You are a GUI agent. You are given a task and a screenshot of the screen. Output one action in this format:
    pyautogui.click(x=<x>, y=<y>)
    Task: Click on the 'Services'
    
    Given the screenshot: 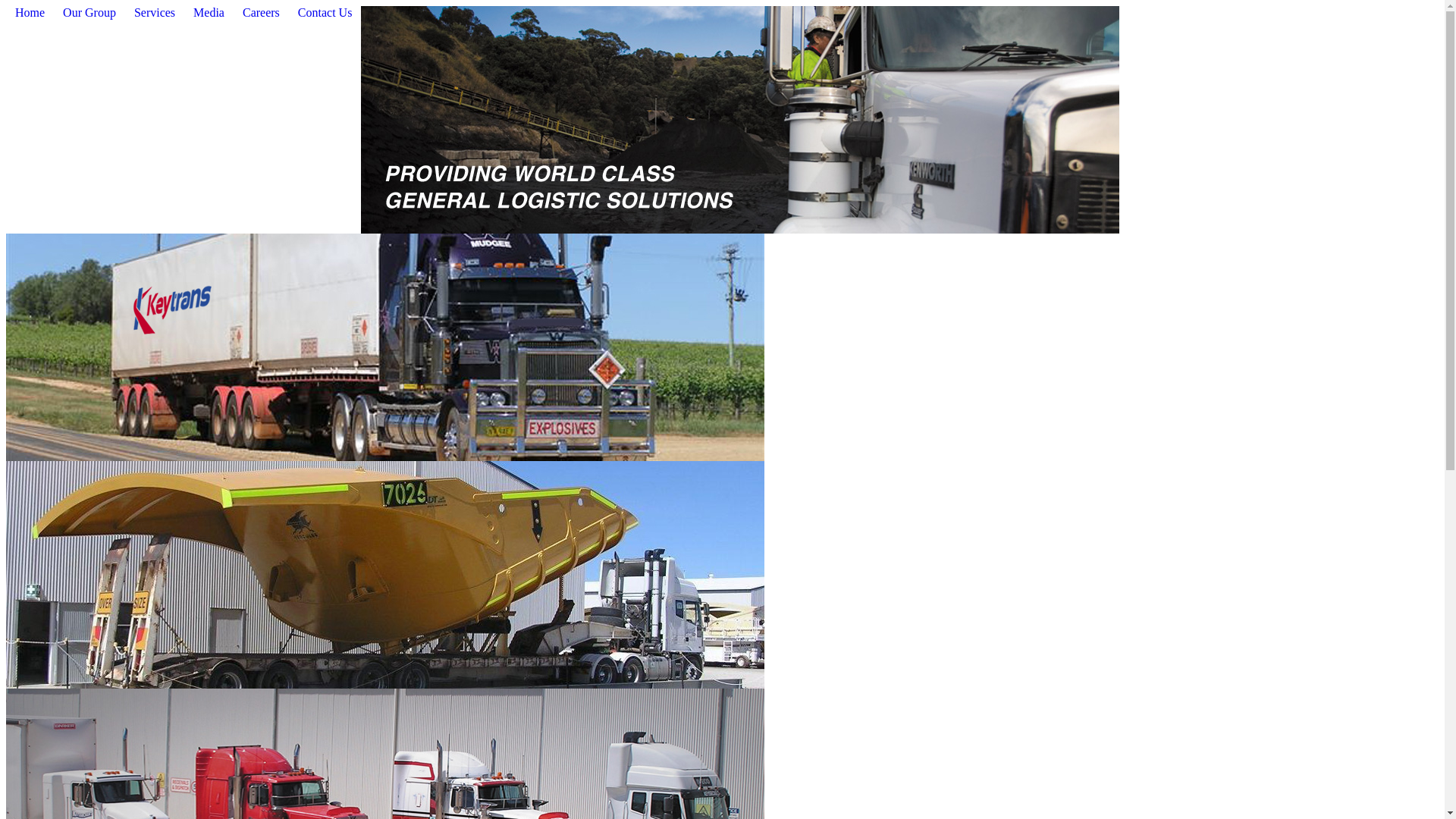 What is the action you would take?
    pyautogui.click(x=154, y=13)
    